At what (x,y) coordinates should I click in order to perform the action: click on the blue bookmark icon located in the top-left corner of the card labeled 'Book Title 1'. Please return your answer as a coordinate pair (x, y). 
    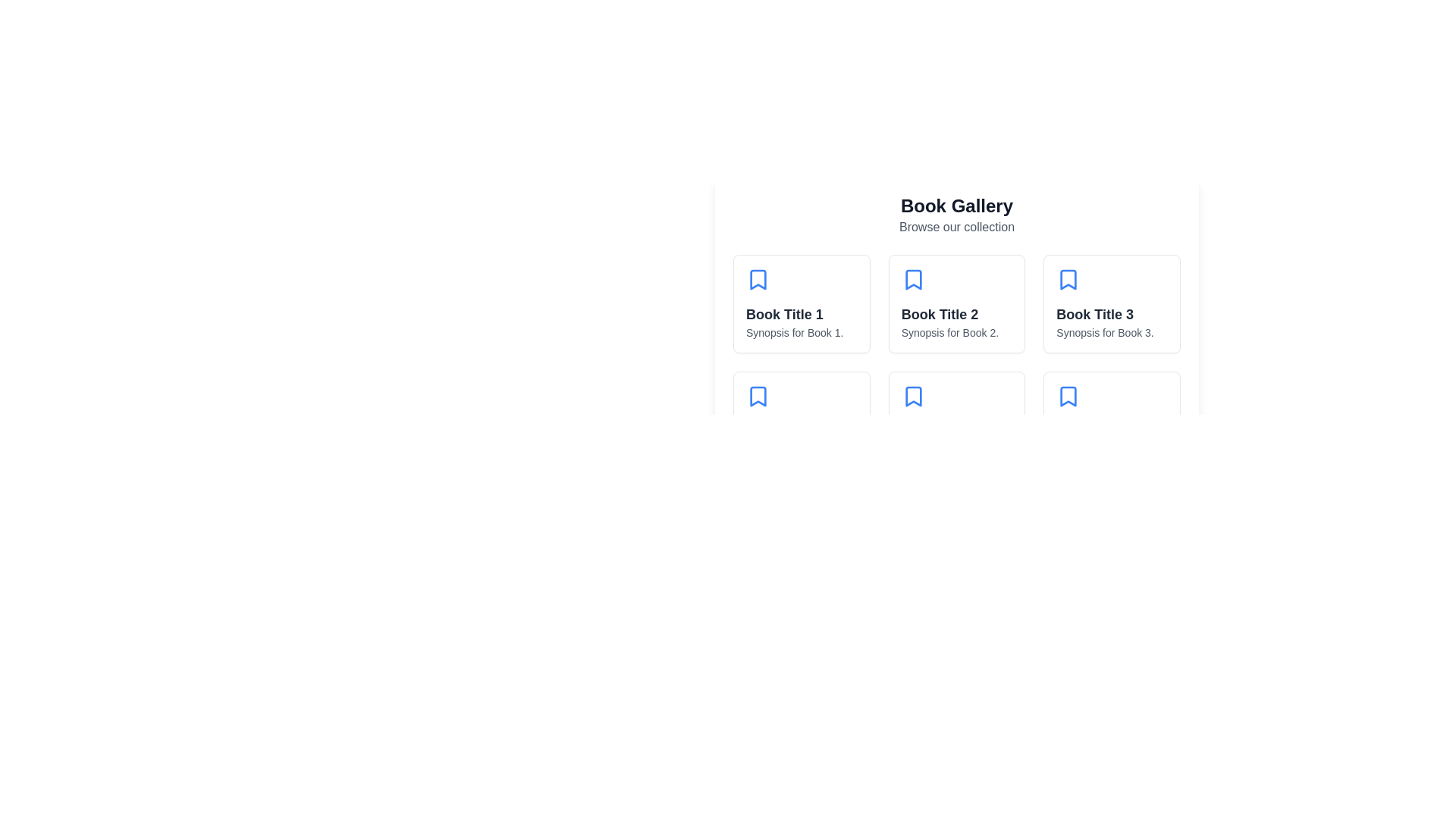
    Looking at the image, I should click on (758, 280).